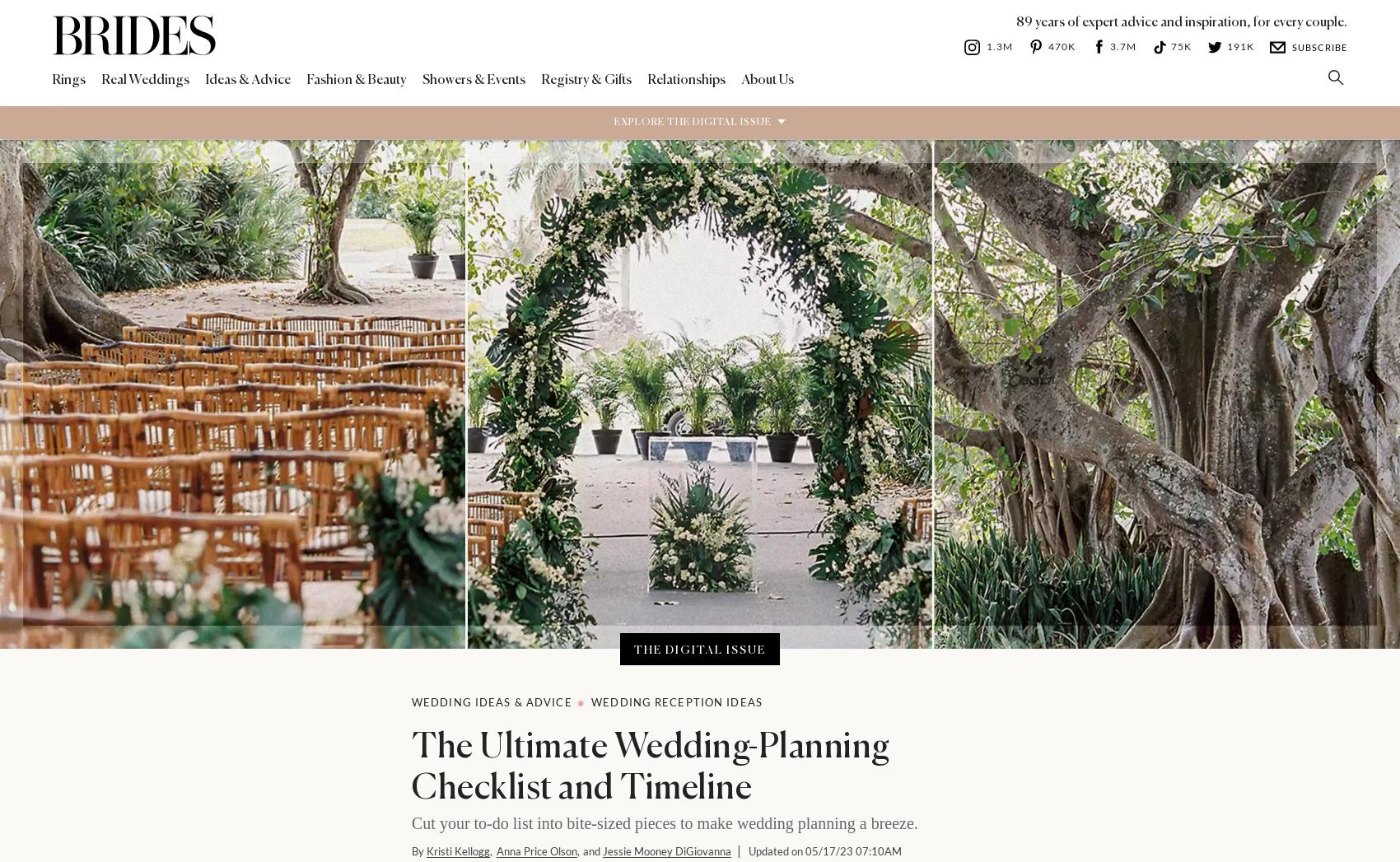  Describe the element at coordinates (860, 778) in the screenshot. I see `'Wedding Party Roles and Responsibilities, Explained'` at that location.